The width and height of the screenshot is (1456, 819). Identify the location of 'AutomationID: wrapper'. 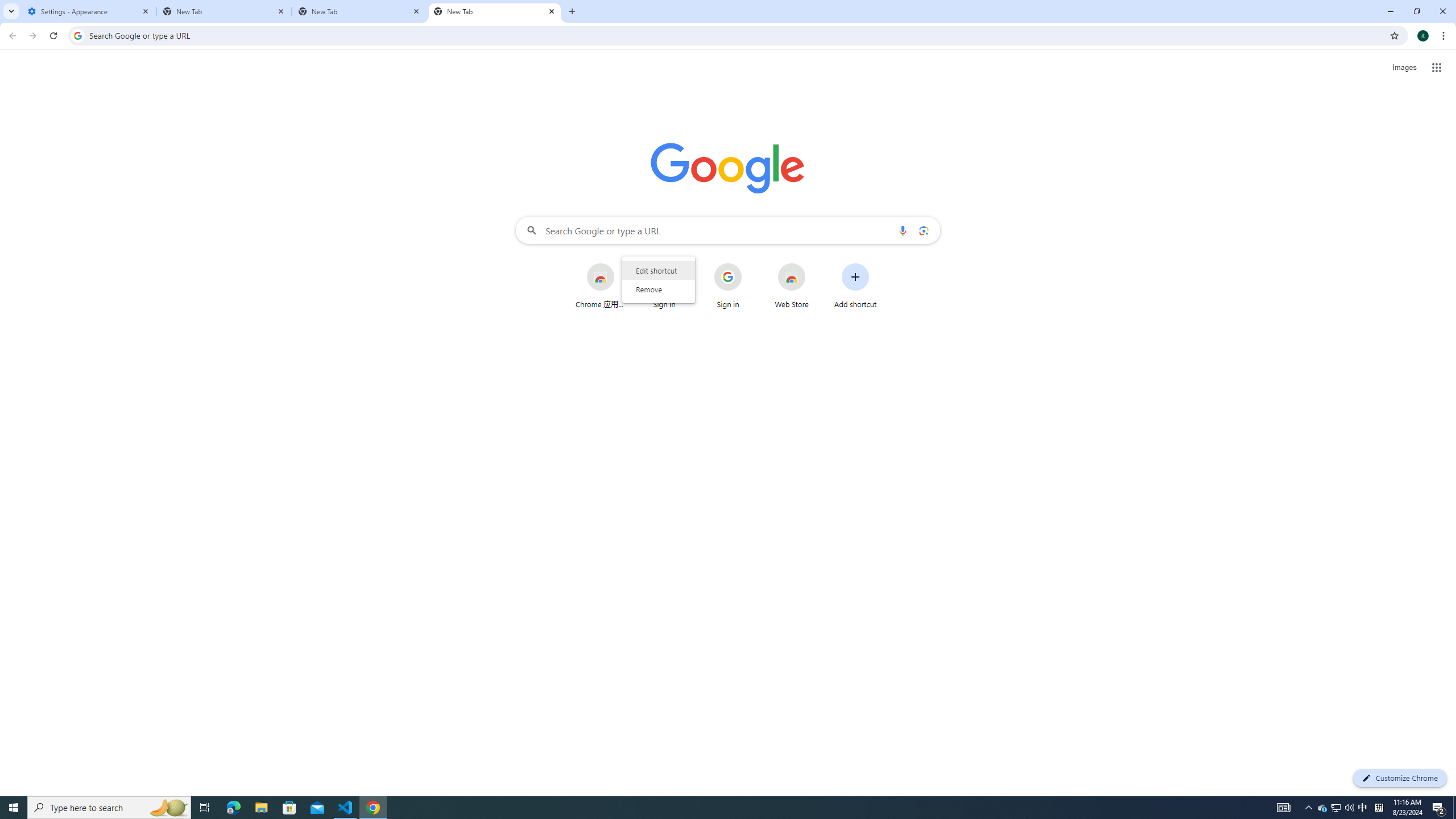
(658, 279).